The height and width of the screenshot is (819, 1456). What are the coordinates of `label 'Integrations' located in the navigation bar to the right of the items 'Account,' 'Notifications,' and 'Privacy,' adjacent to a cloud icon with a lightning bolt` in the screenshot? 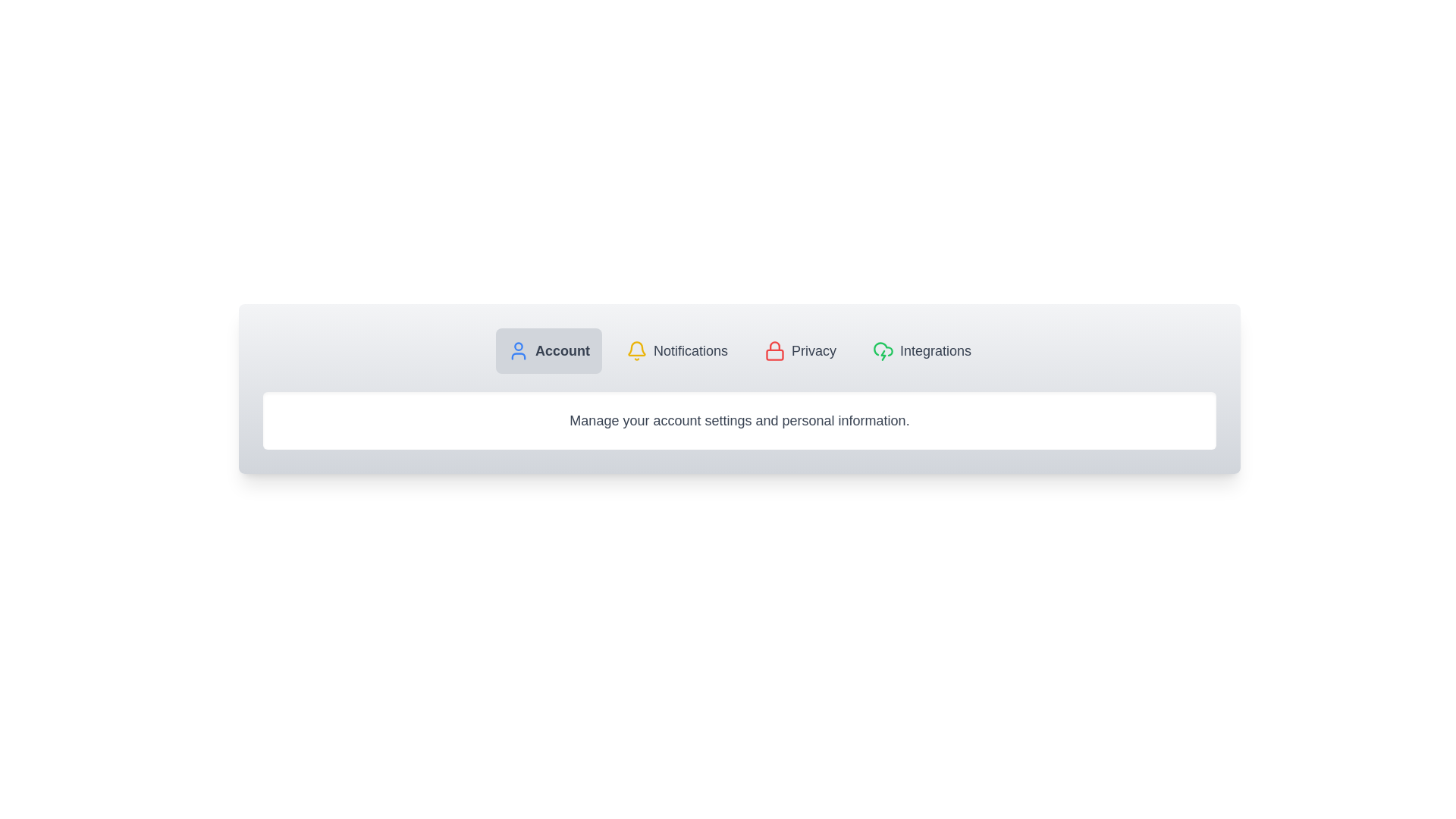 It's located at (934, 350).